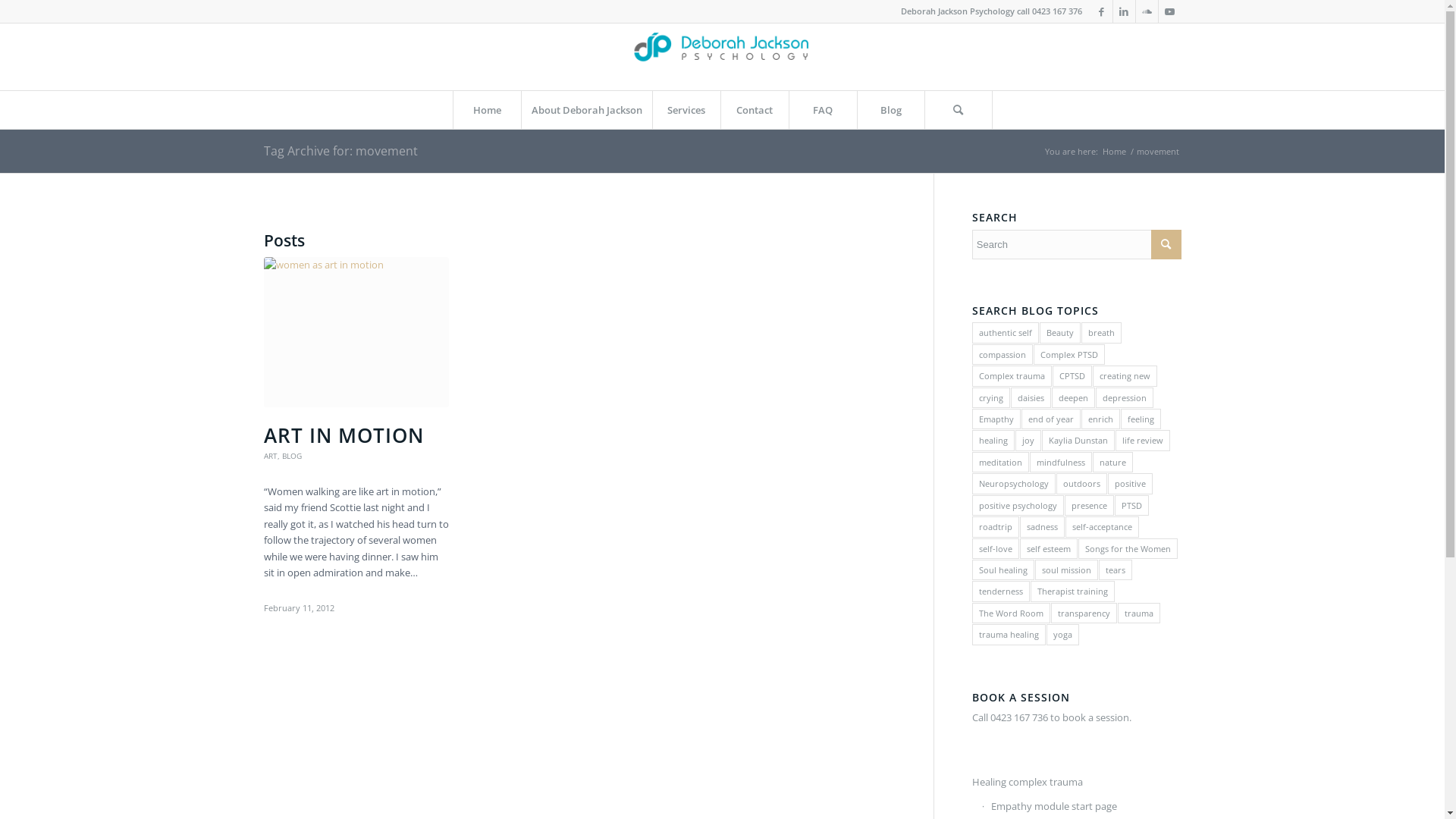  What do you see at coordinates (1028, 440) in the screenshot?
I see `'joy'` at bounding box center [1028, 440].